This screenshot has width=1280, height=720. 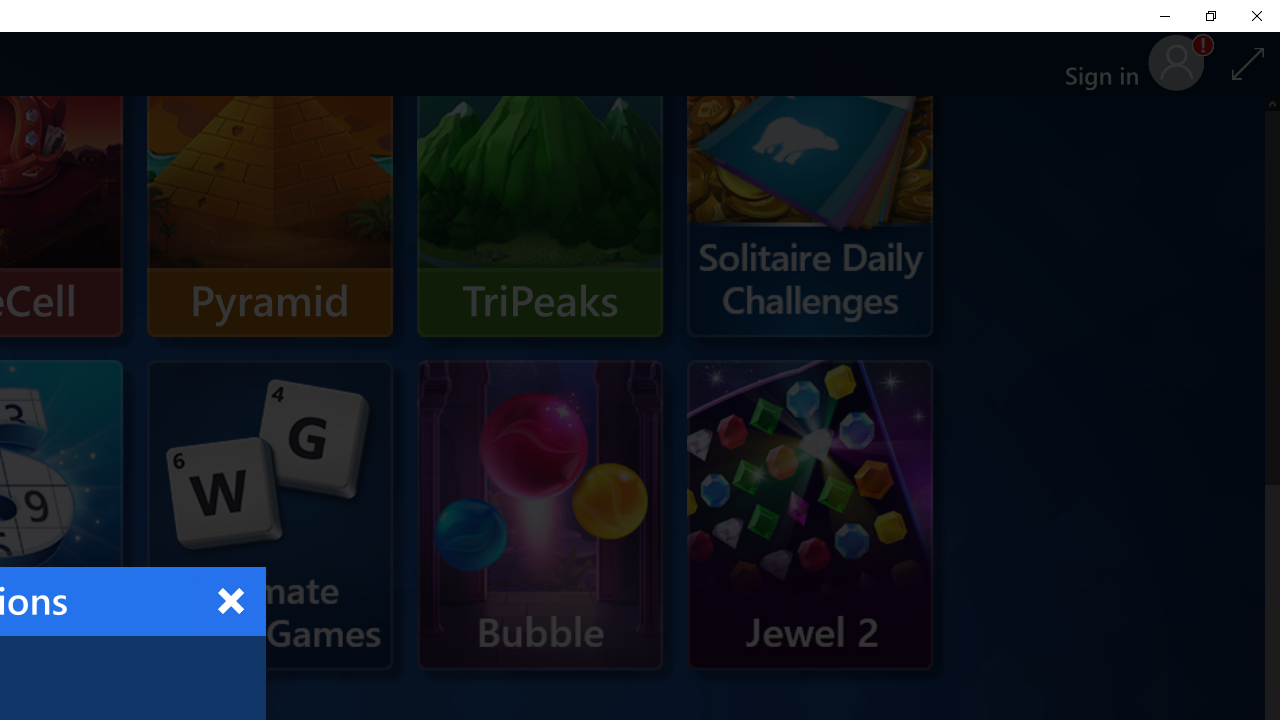 What do you see at coordinates (1164, 15) in the screenshot?
I see `'Minimize Solitaire & Casual Games'` at bounding box center [1164, 15].